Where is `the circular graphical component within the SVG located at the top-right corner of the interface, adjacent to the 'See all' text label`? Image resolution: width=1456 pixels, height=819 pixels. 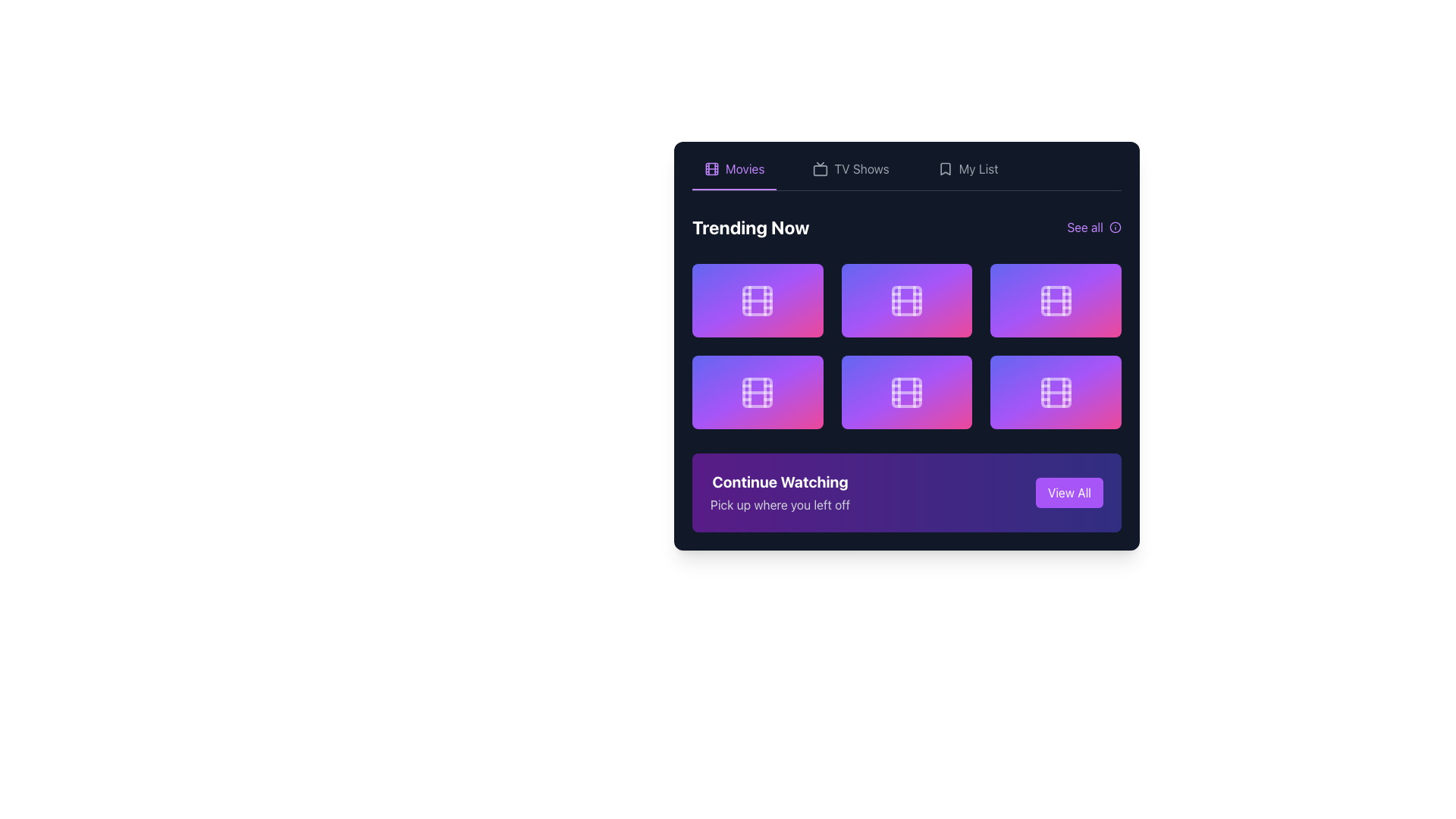 the circular graphical component within the SVG located at the top-right corner of the interface, adjacent to the 'See all' text label is located at coordinates (1115, 227).